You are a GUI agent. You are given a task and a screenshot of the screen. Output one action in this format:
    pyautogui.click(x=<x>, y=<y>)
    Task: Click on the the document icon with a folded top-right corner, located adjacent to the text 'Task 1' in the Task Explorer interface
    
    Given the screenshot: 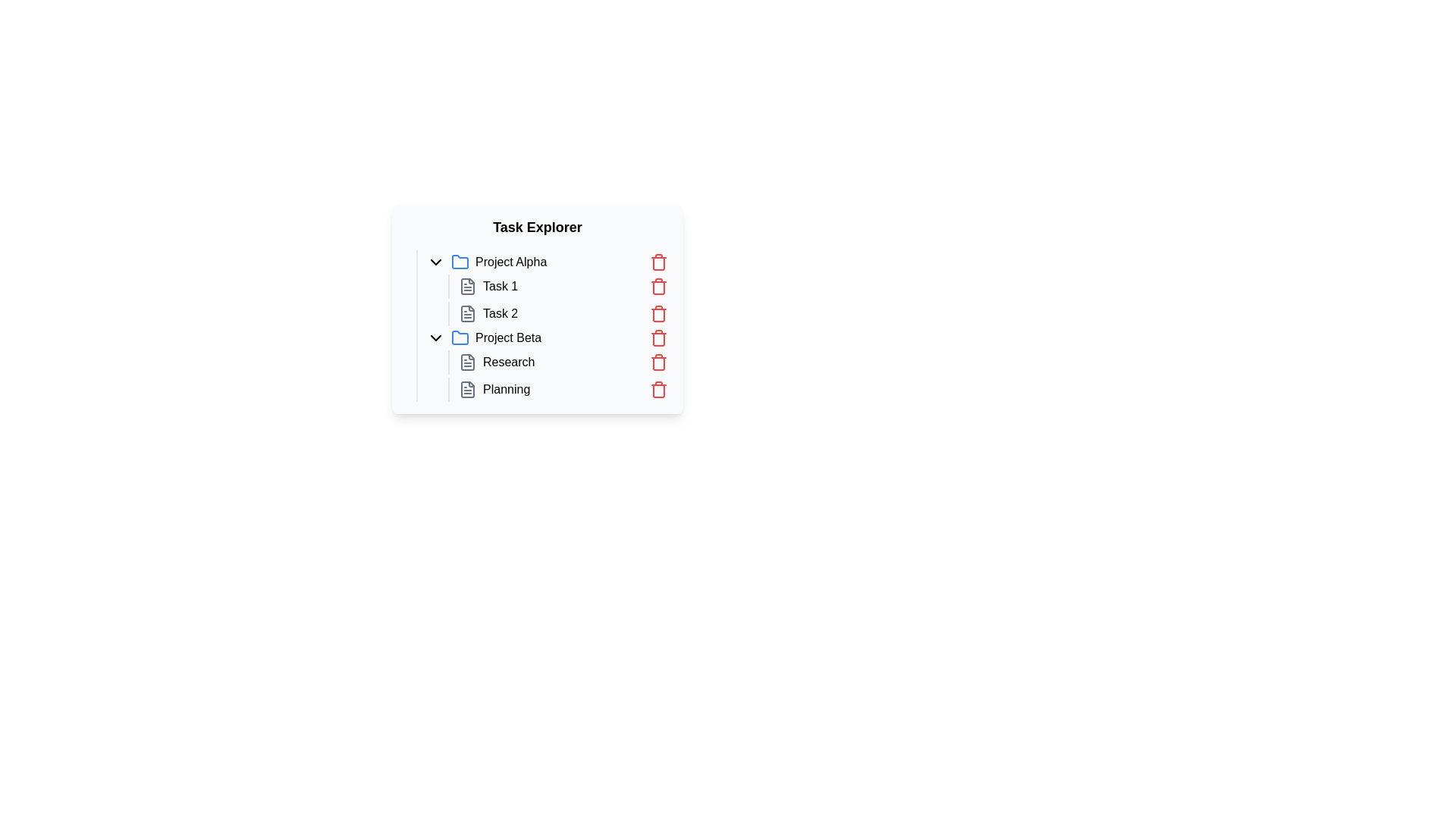 What is the action you would take?
    pyautogui.click(x=467, y=287)
    